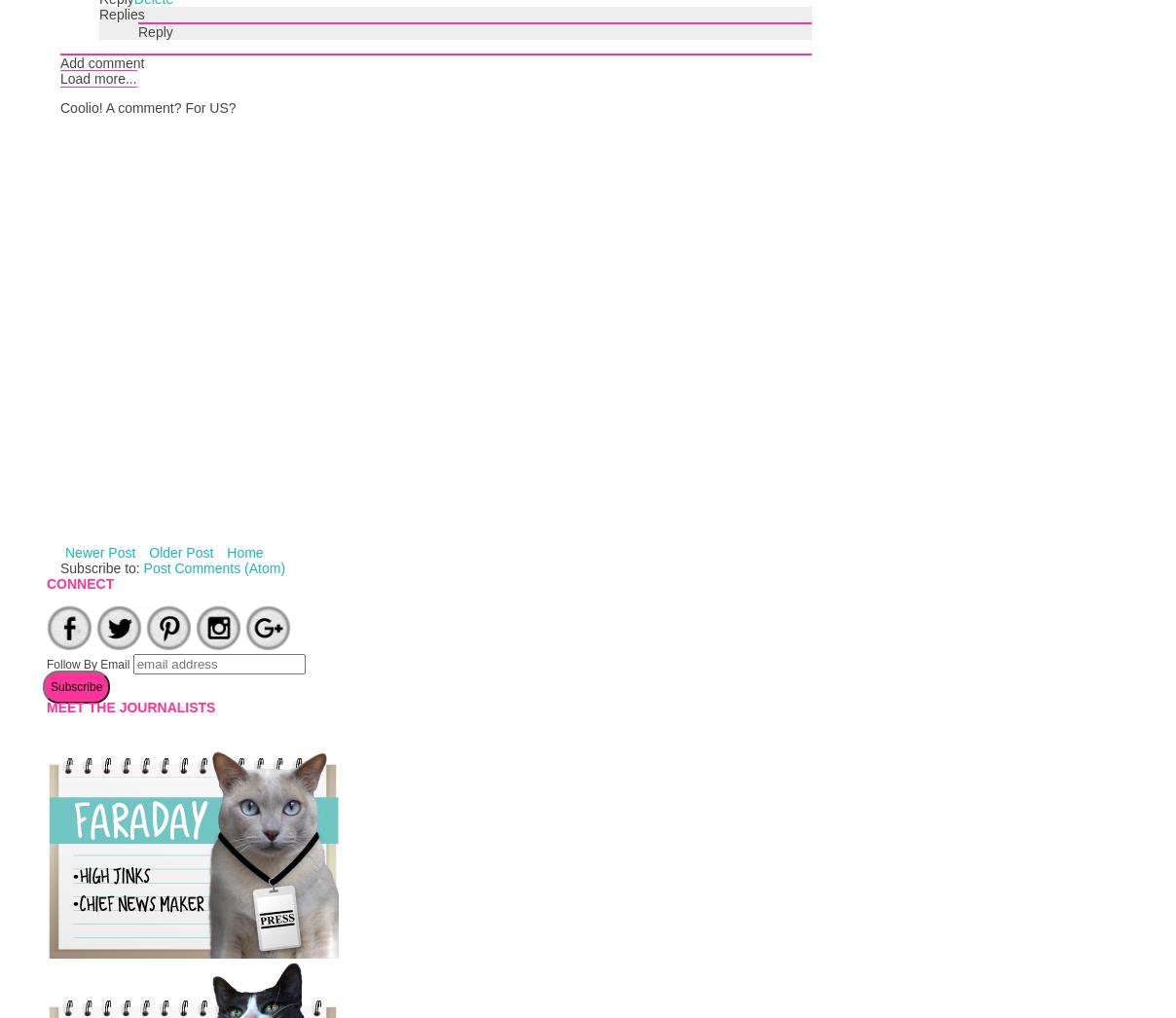 The height and width of the screenshot is (1018, 1176). Describe the element at coordinates (58, 78) in the screenshot. I see `'Load more...'` at that location.